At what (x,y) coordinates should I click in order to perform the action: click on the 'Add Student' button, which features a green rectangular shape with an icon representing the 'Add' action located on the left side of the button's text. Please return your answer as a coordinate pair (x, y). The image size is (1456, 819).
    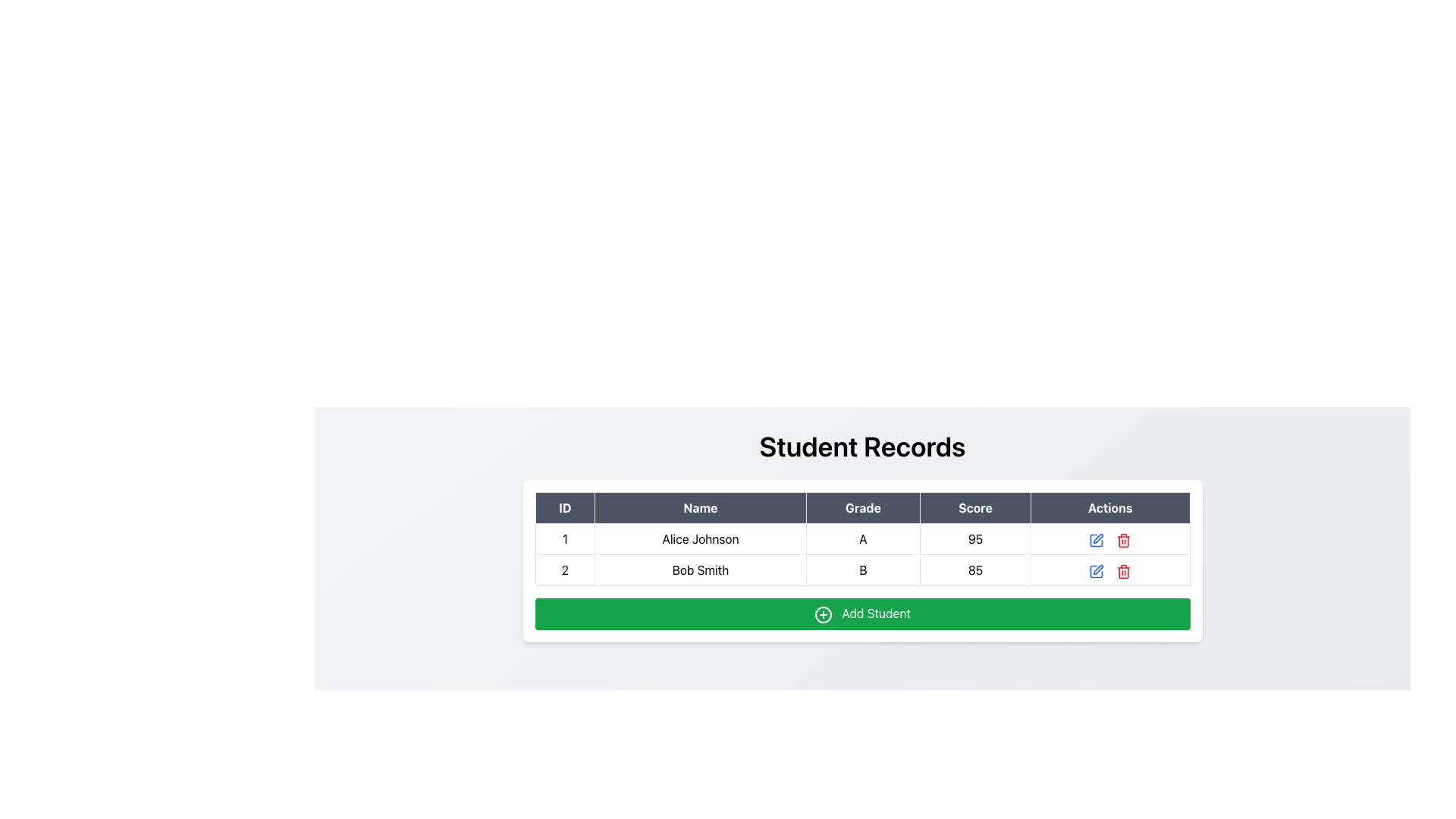
    Looking at the image, I should click on (823, 614).